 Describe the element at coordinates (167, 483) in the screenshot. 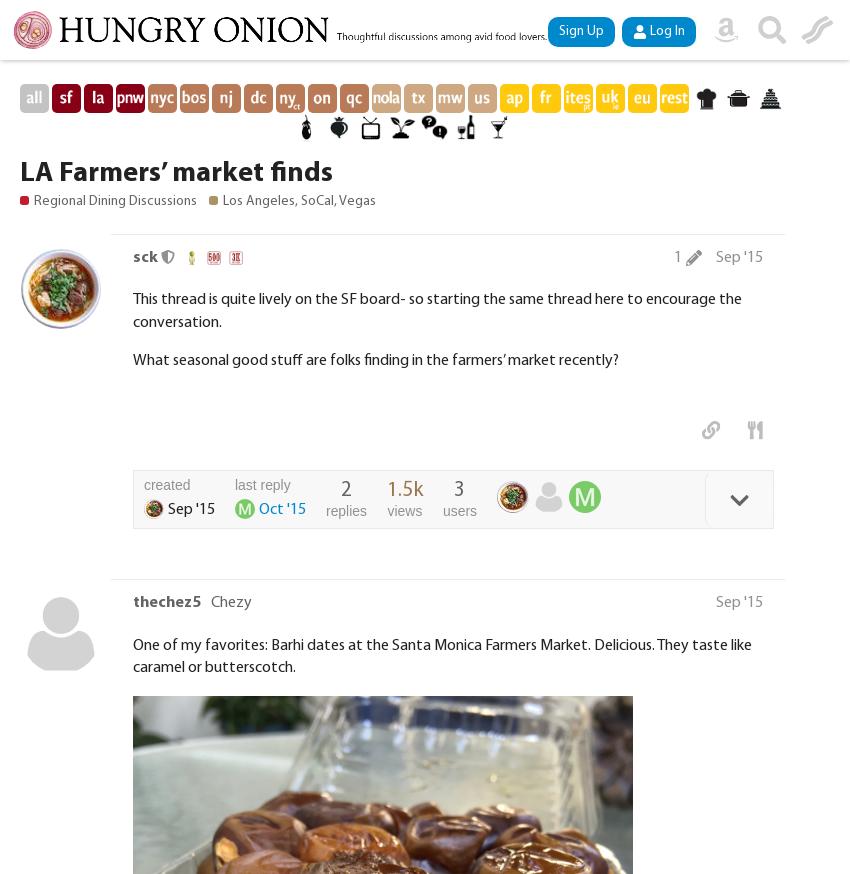

I see `'created'` at that location.